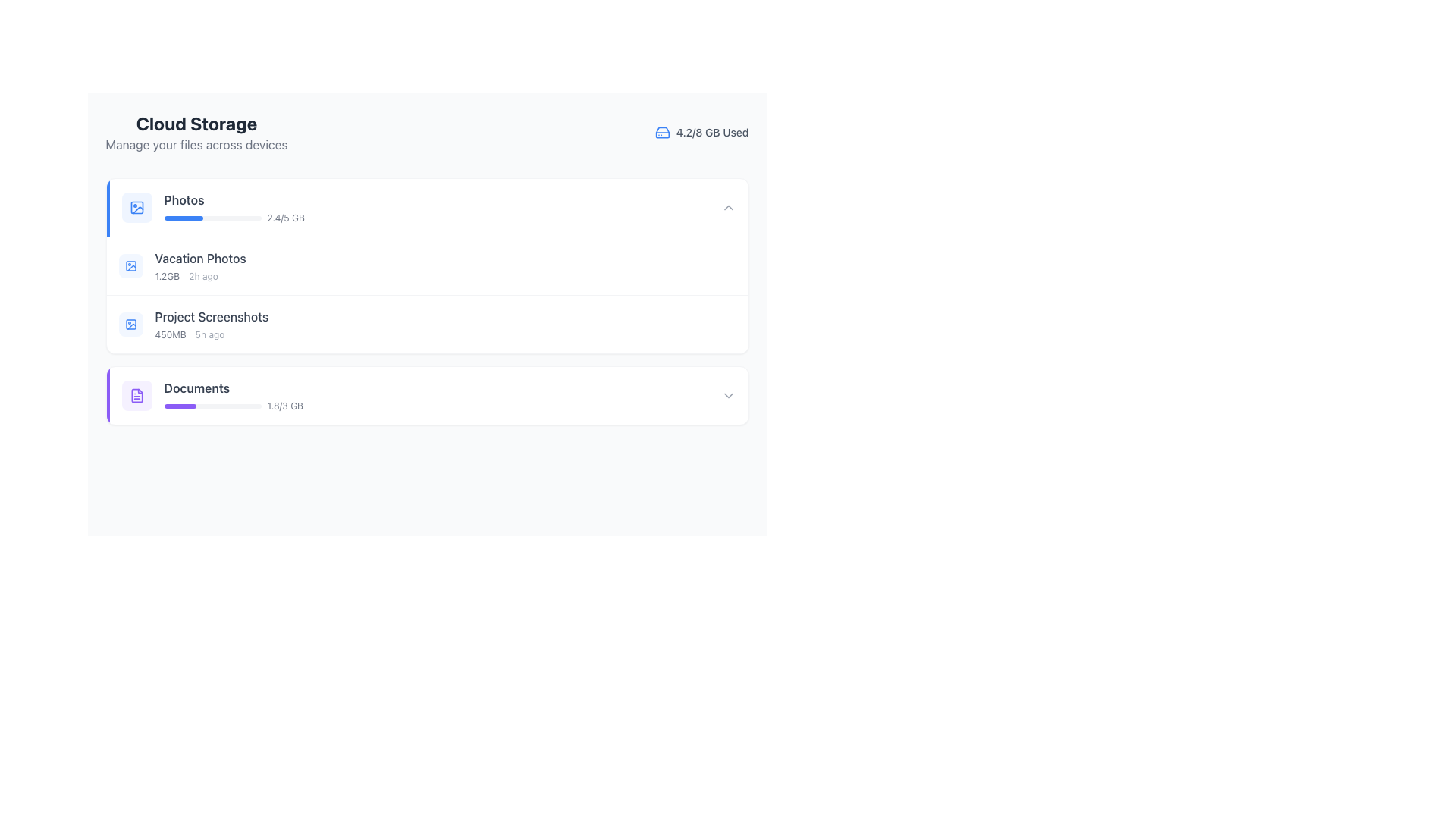 The width and height of the screenshot is (1456, 819). Describe the element at coordinates (724, 453) in the screenshot. I see `the icon button - ellipsis vertical located at the bottom-right corner of the 'Documents' section to navigate options` at that location.